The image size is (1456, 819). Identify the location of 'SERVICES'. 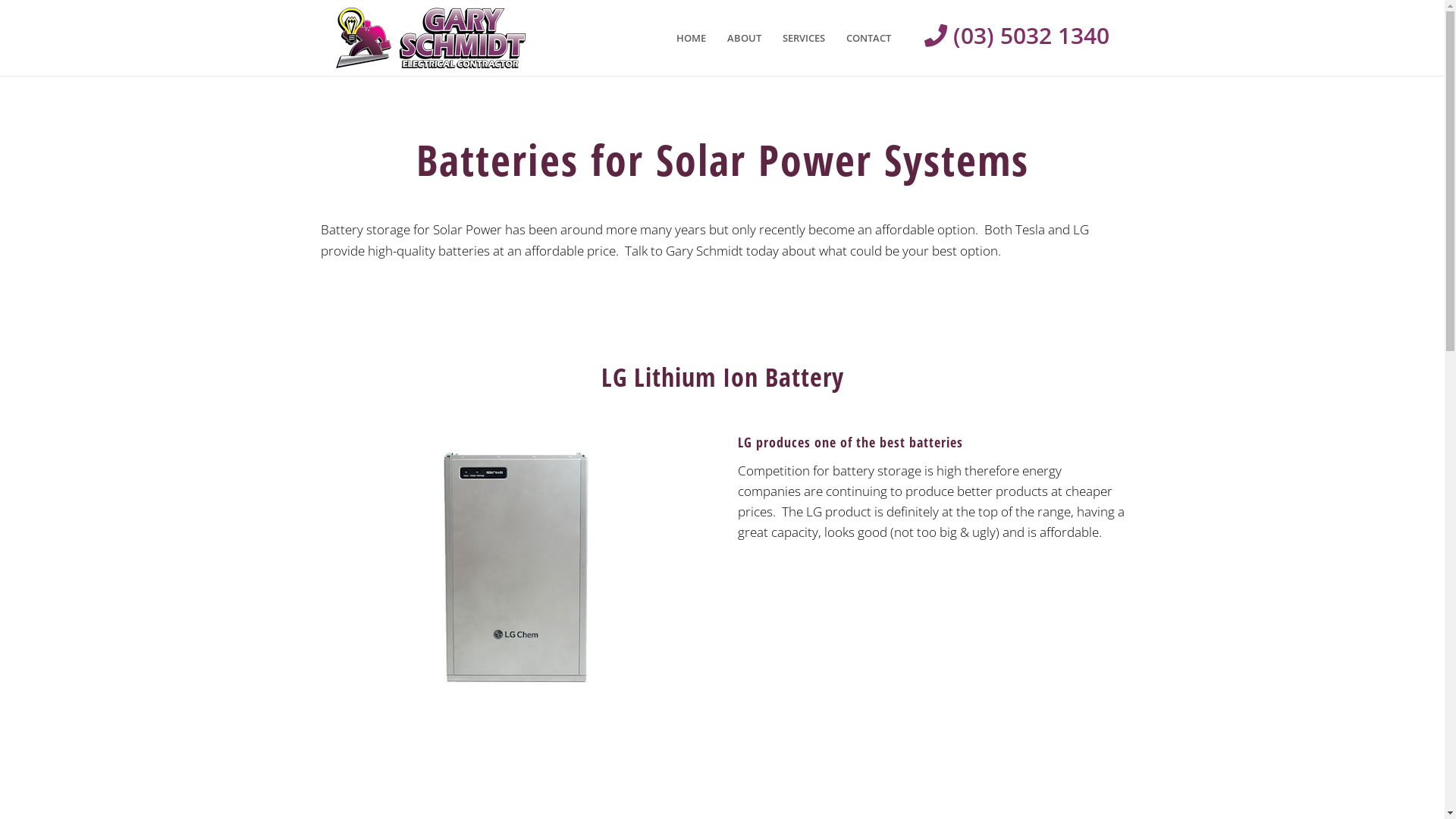
(771, 37).